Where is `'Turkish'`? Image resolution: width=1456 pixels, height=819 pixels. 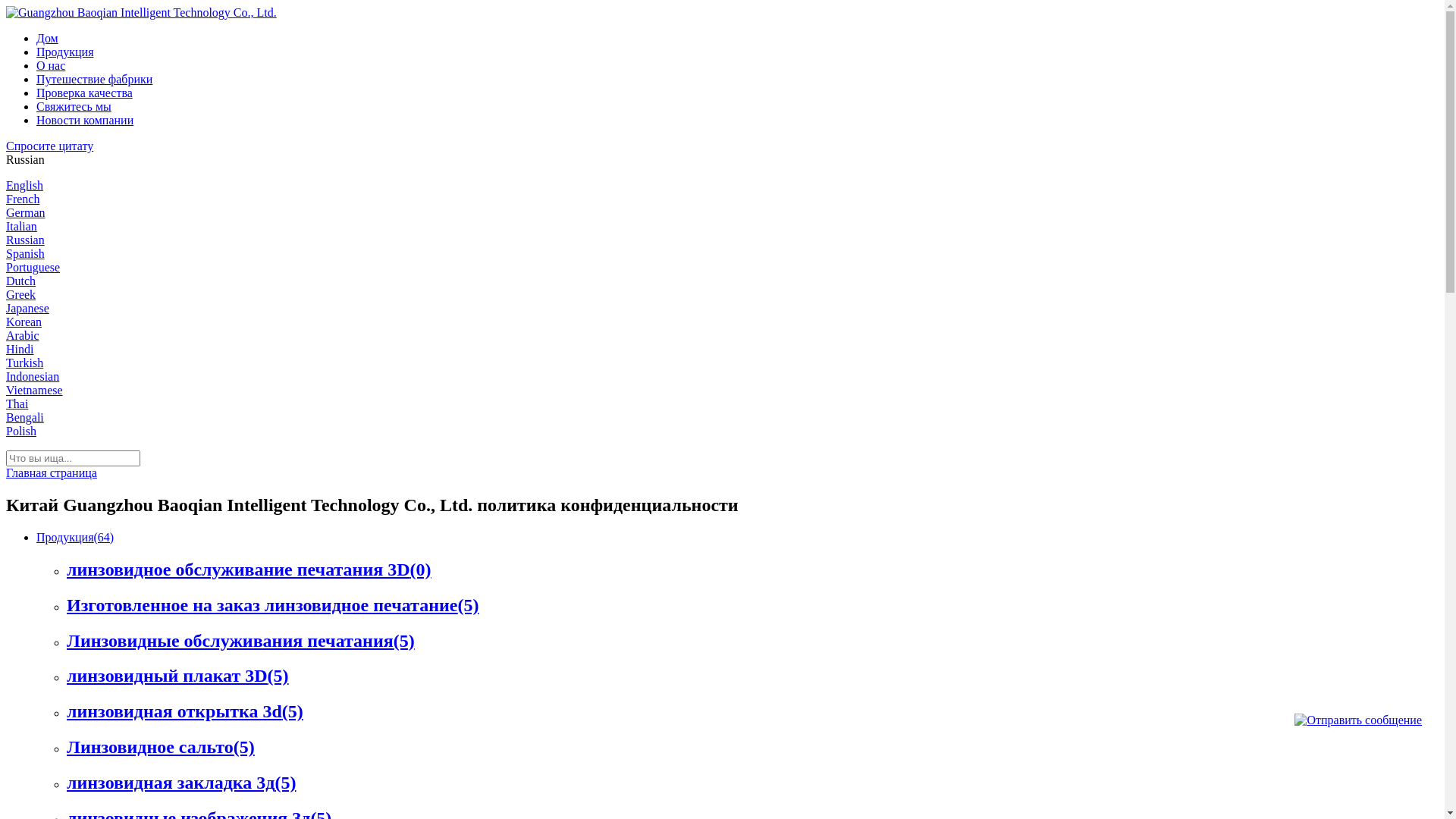 'Turkish' is located at coordinates (24, 362).